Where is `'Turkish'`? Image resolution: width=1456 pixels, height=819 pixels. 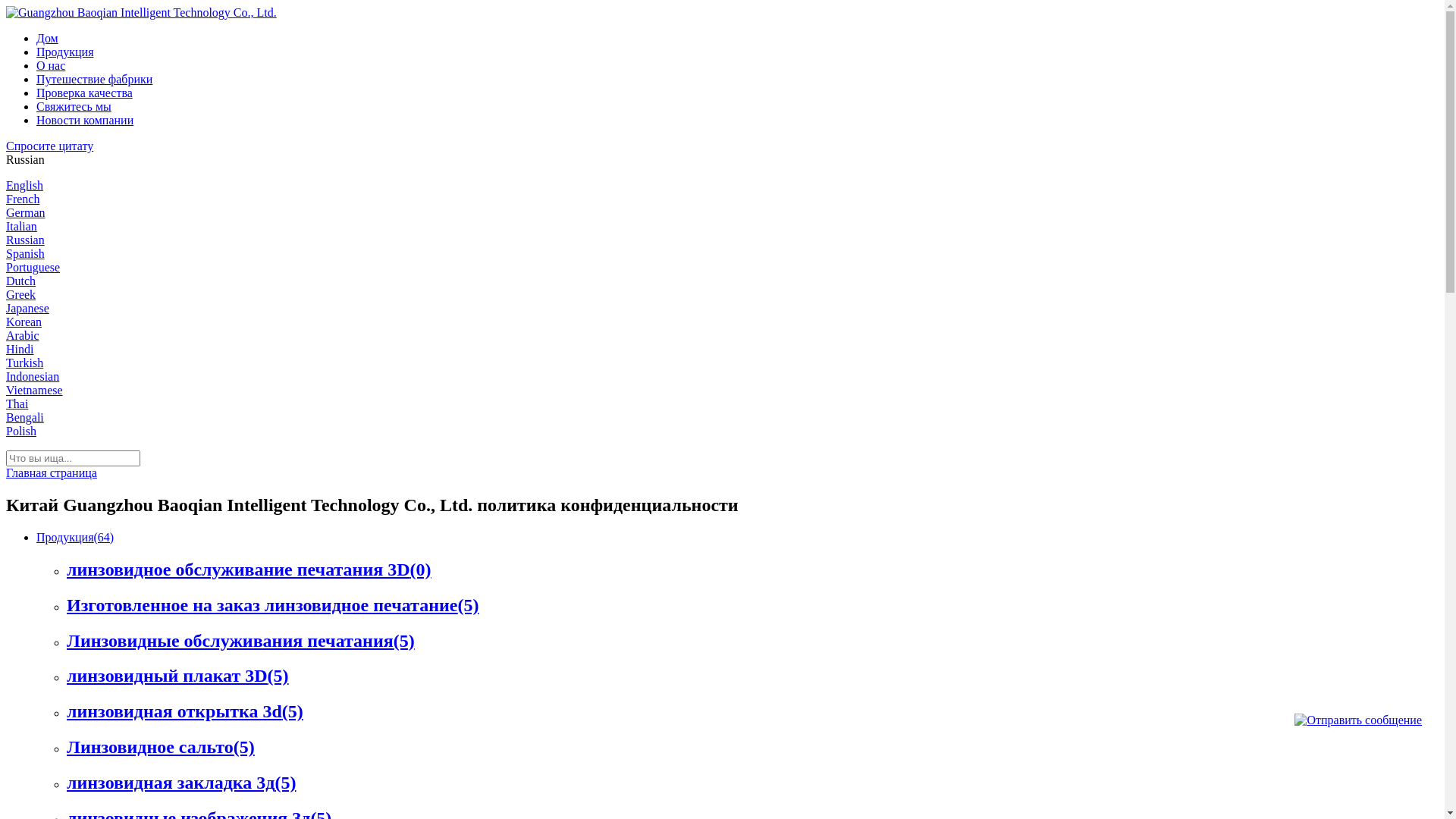 'Turkish' is located at coordinates (24, 362).